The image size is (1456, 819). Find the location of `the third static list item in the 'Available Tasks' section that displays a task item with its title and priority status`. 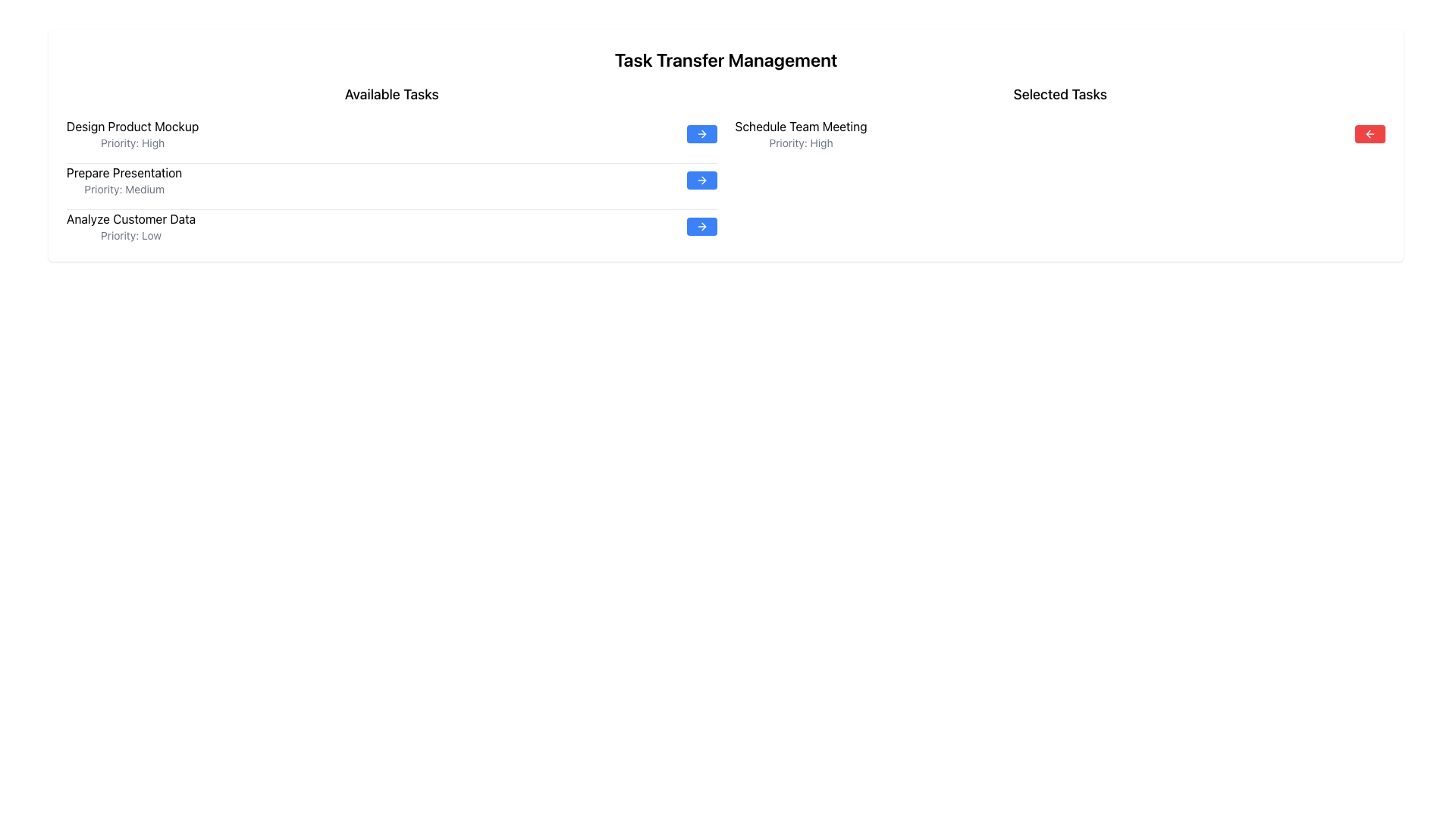

the third static list item in the 'Available Tasks' section that displays a task item with its title and priority status is located at coordinates (130, 227).